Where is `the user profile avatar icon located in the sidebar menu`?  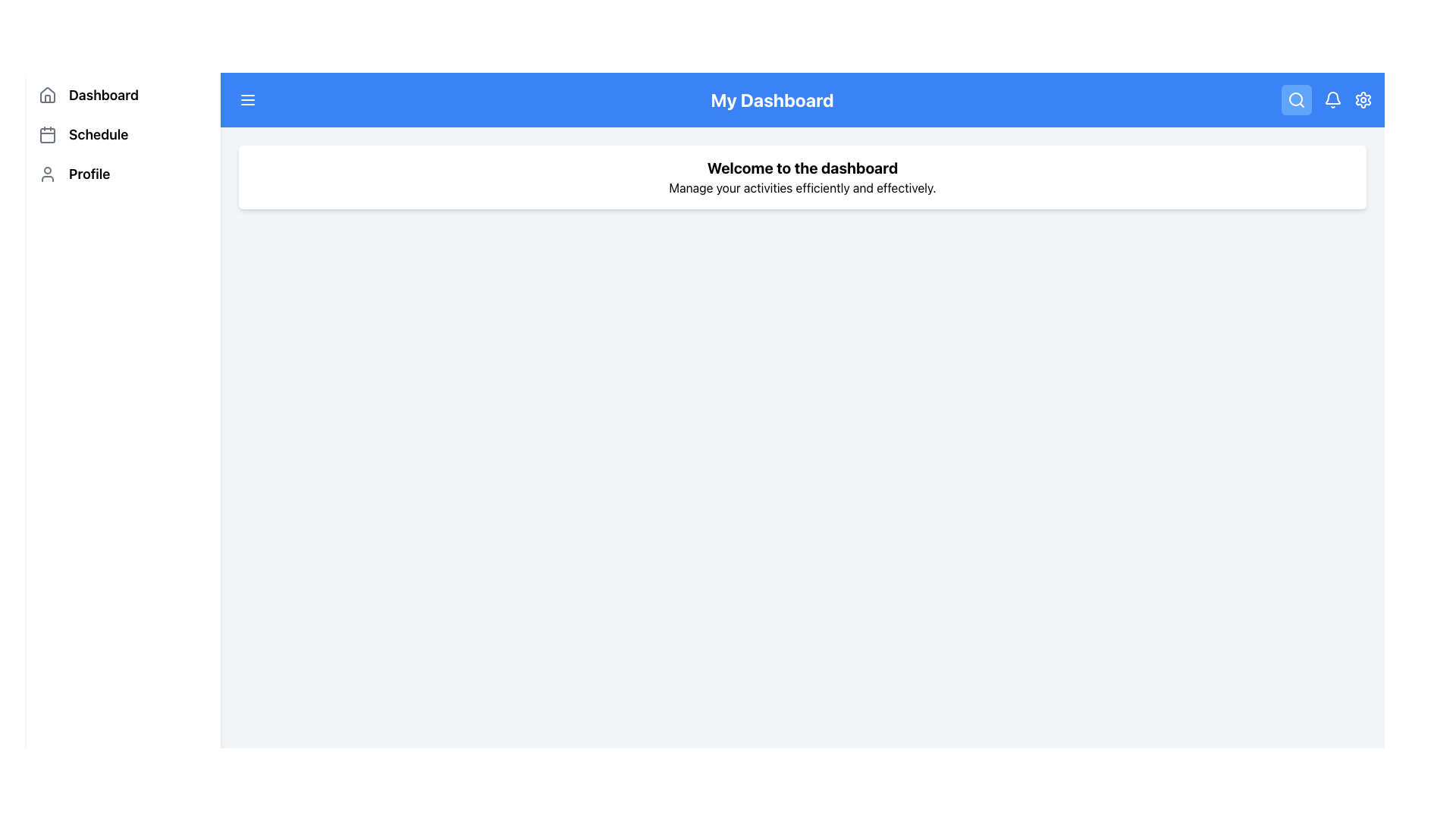 the user profile avatar icon located in the sidebar menu is located at coordinates (47, 174).